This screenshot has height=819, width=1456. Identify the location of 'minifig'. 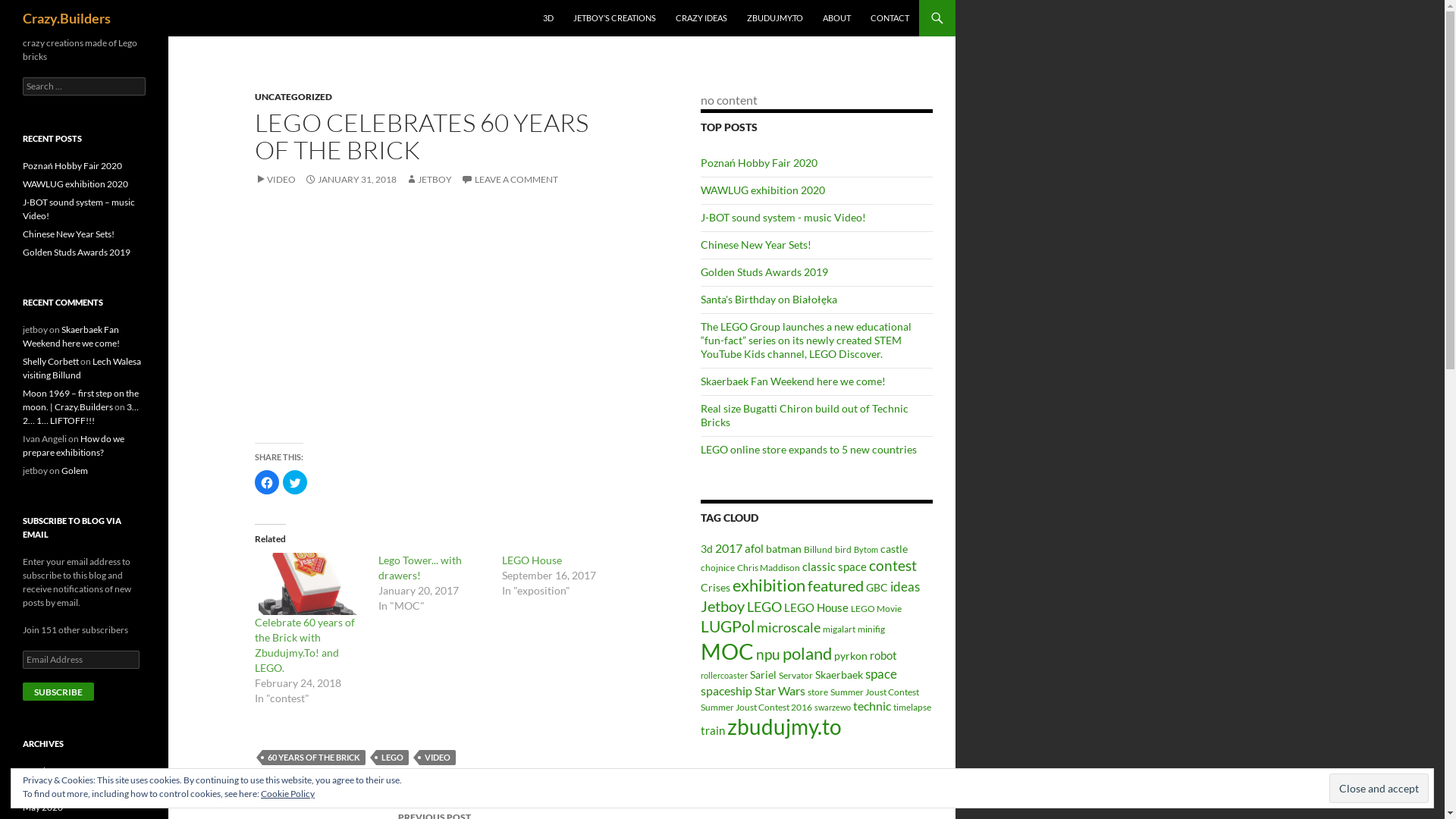
(871, 629).